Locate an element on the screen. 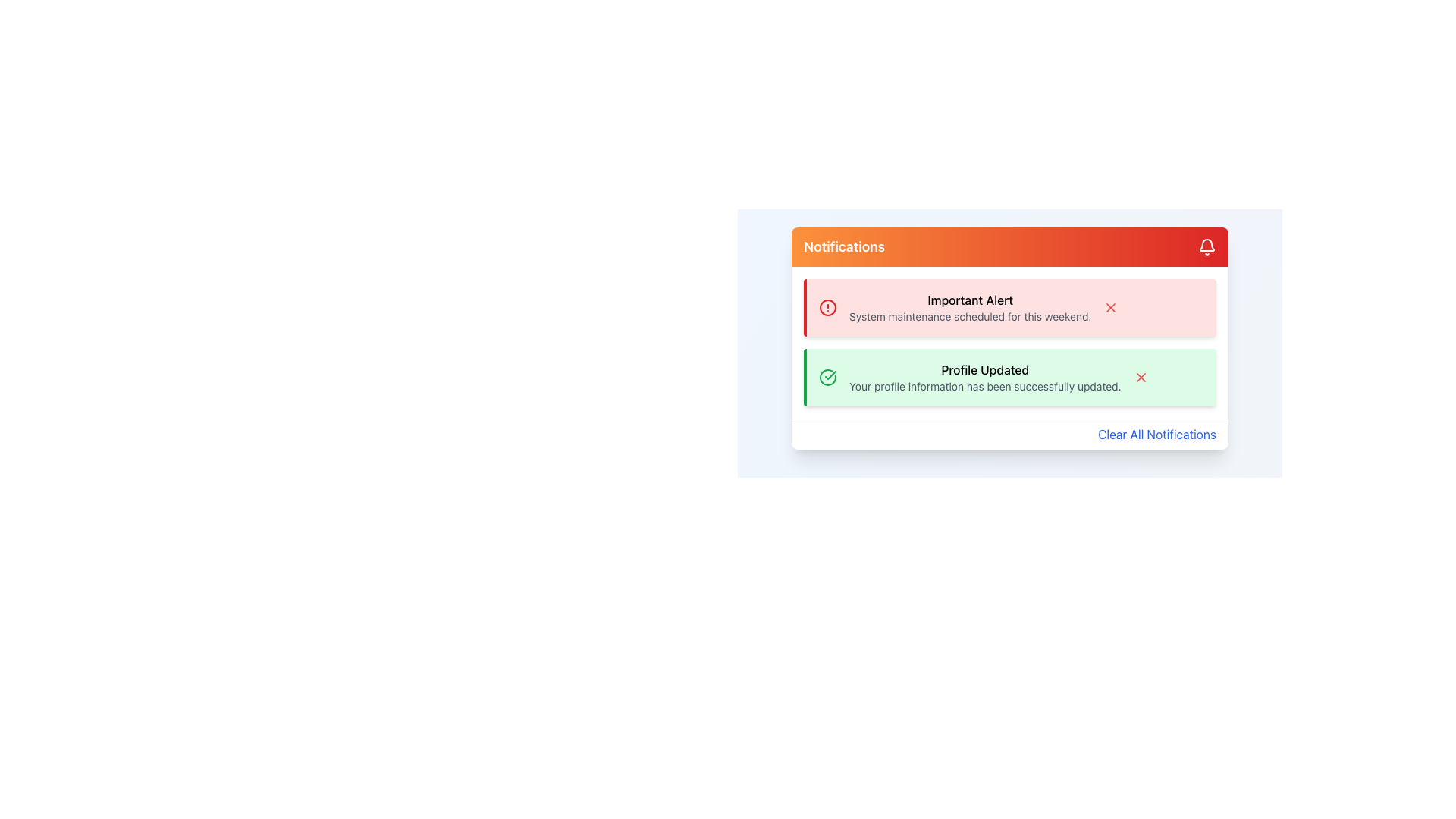 The image size is (1456, 819). the green checkmark icon indicating a positive confirmation, which is located centrally within the green notification box for the 'Profile Updated' notification is located at coordinates (830, 375).